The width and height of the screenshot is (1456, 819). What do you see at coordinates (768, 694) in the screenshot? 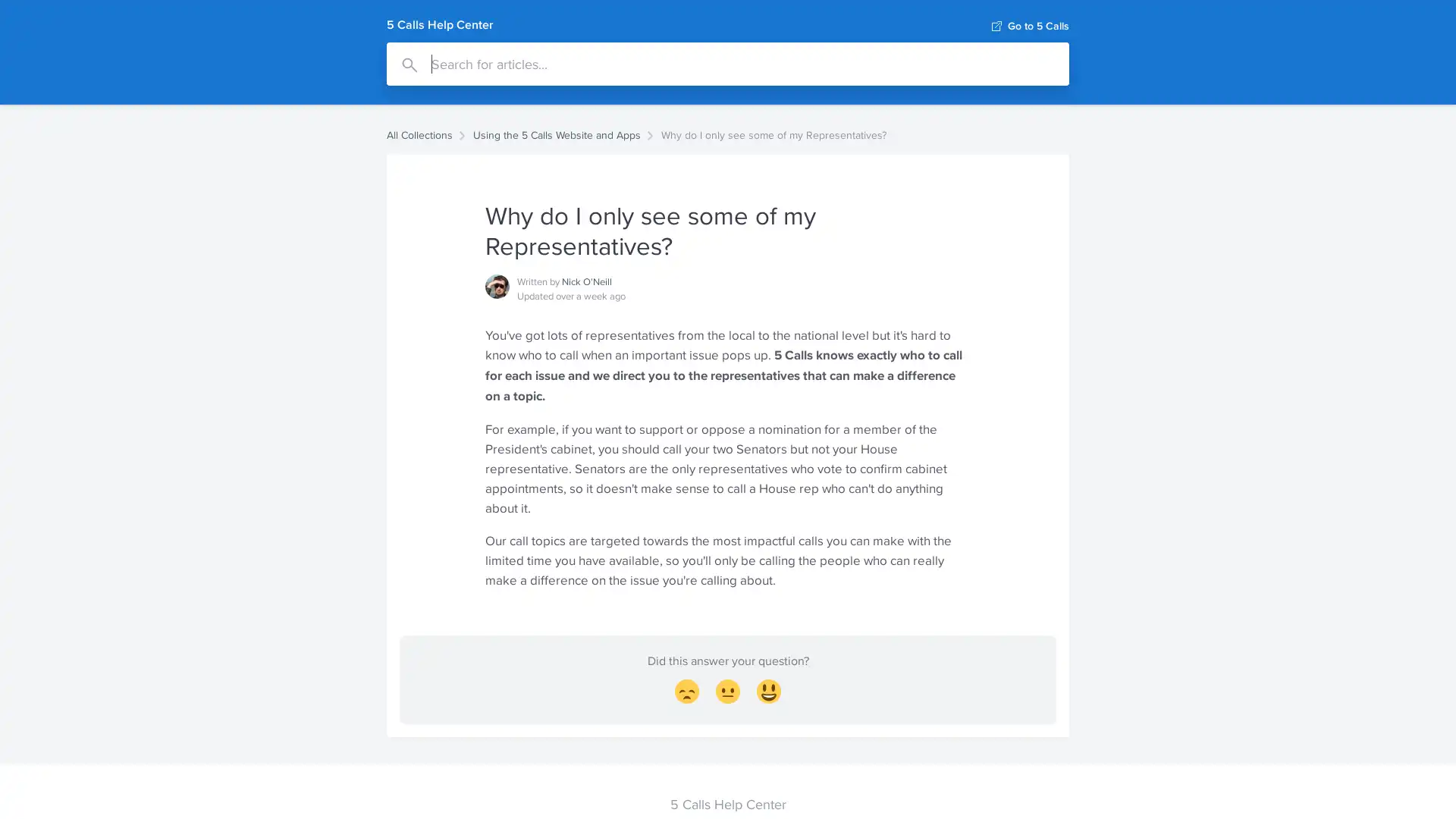
I see `Smiley Reaction` at bounding box center [768, 694].